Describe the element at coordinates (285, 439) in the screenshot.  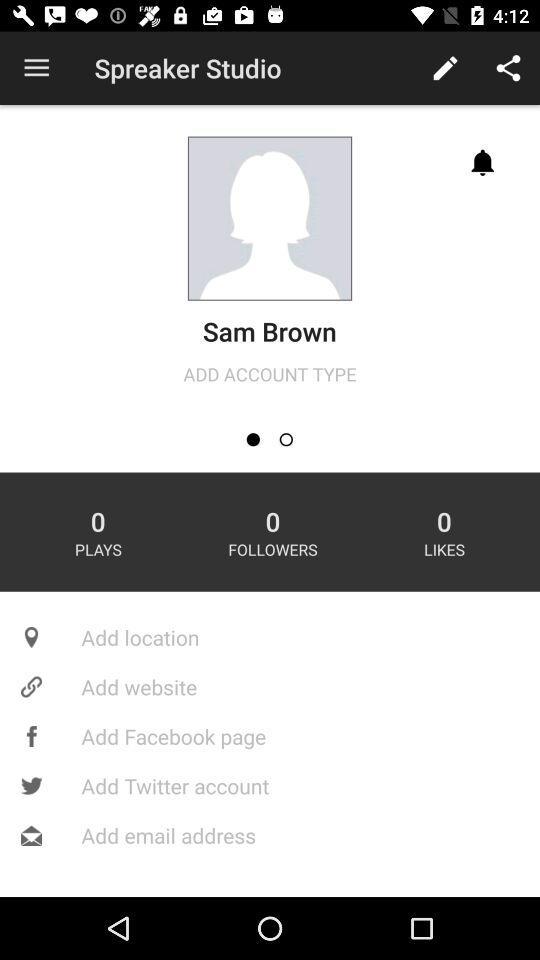
I see `icon above the 0` at that location.